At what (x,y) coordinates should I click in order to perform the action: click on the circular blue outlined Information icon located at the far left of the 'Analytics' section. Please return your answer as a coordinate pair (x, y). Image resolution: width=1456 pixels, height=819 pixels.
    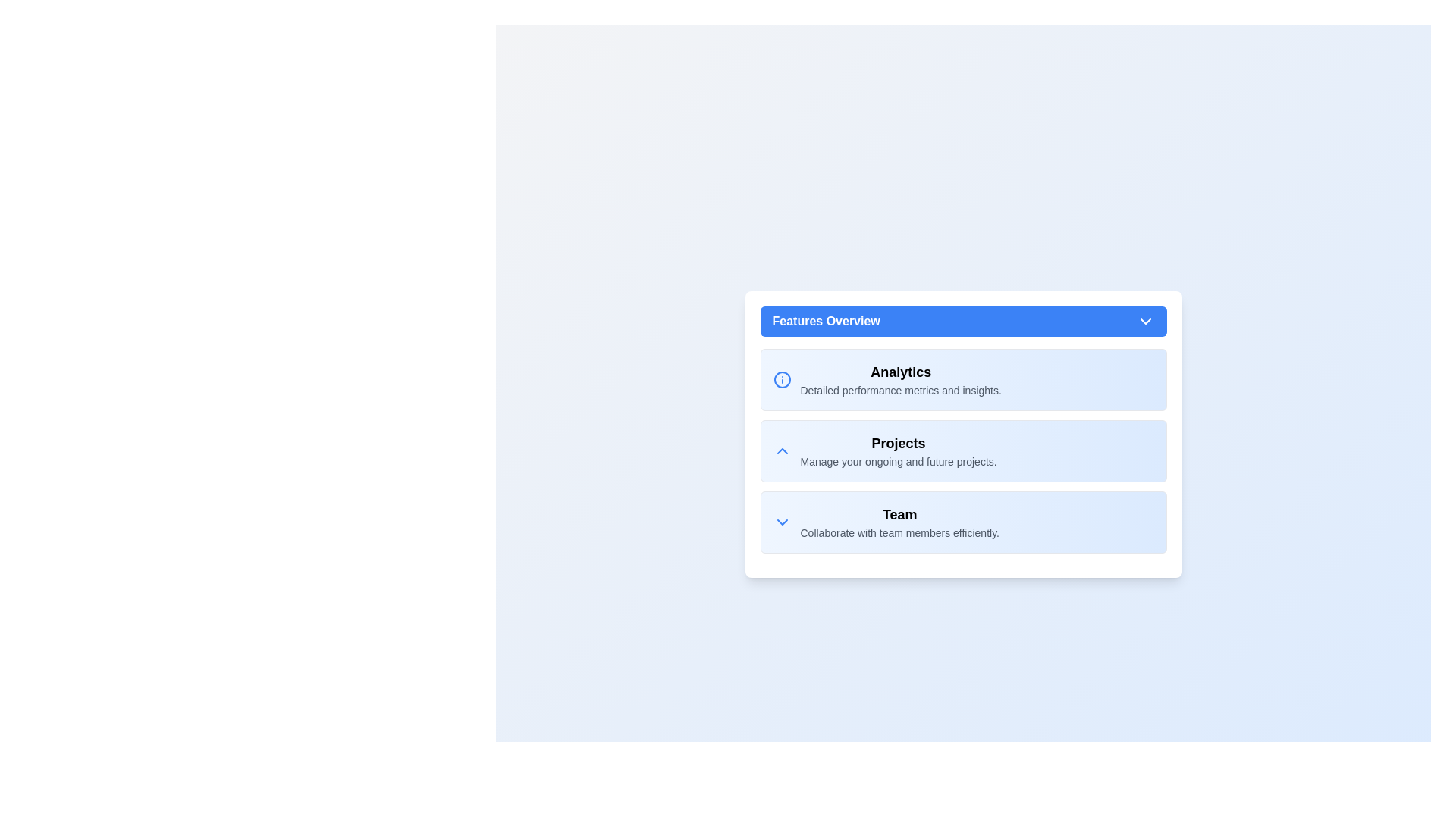
    Looking at the image, I should click on (782, 379).